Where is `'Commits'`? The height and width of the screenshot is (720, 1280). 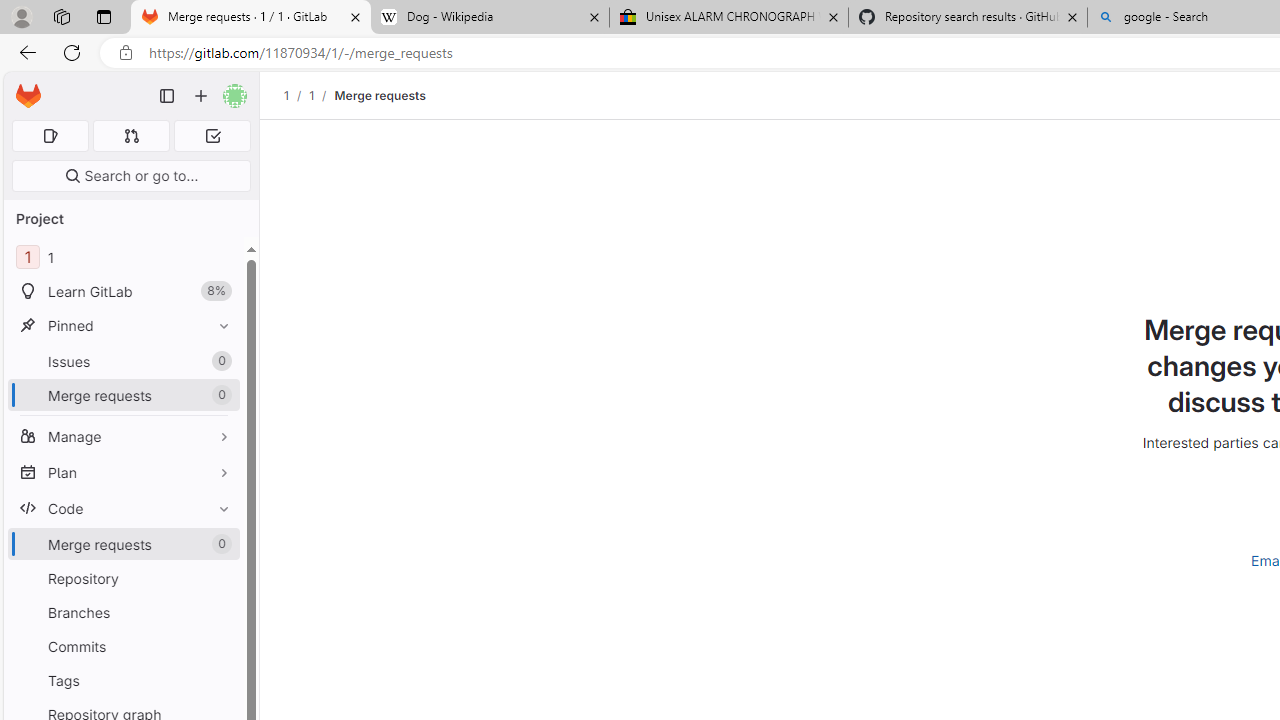 'Commits' is located at coordinates (123, 646).